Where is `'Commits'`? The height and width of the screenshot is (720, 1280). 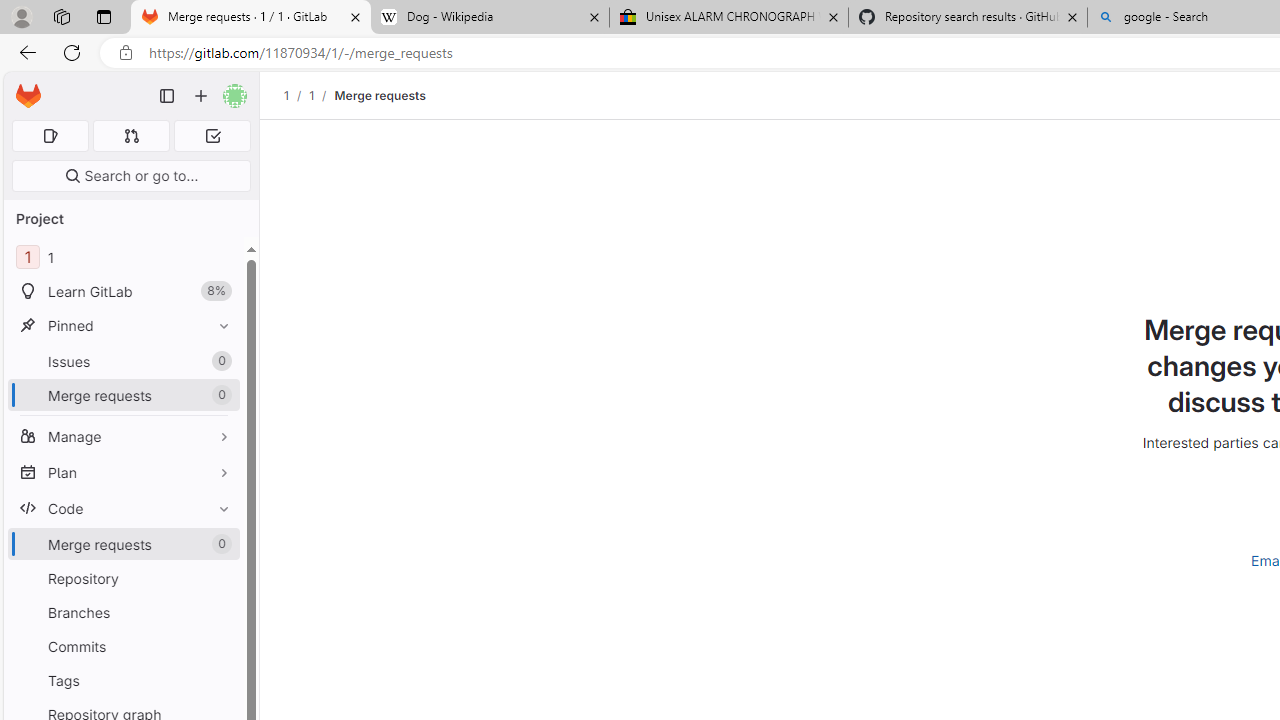 'Commits' is located at coordinates (123, 646).